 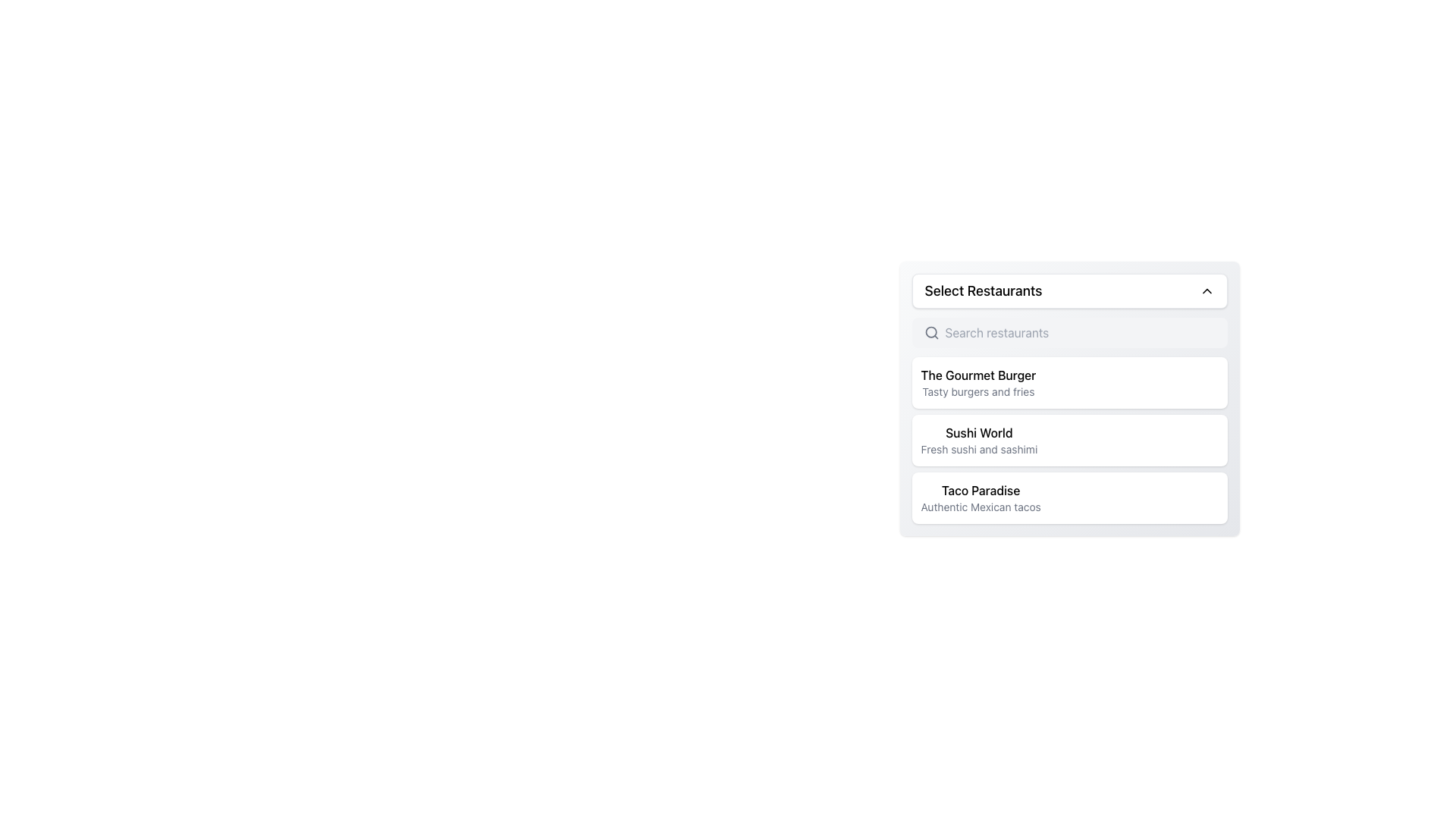 What do you see at coordinates (930, 332) in the screenshot?
I see `the search icon located to the left of the 'Search restaurants' input field in the 'Select Restaurants' dropdown menu` at bounding box center [930, 332].